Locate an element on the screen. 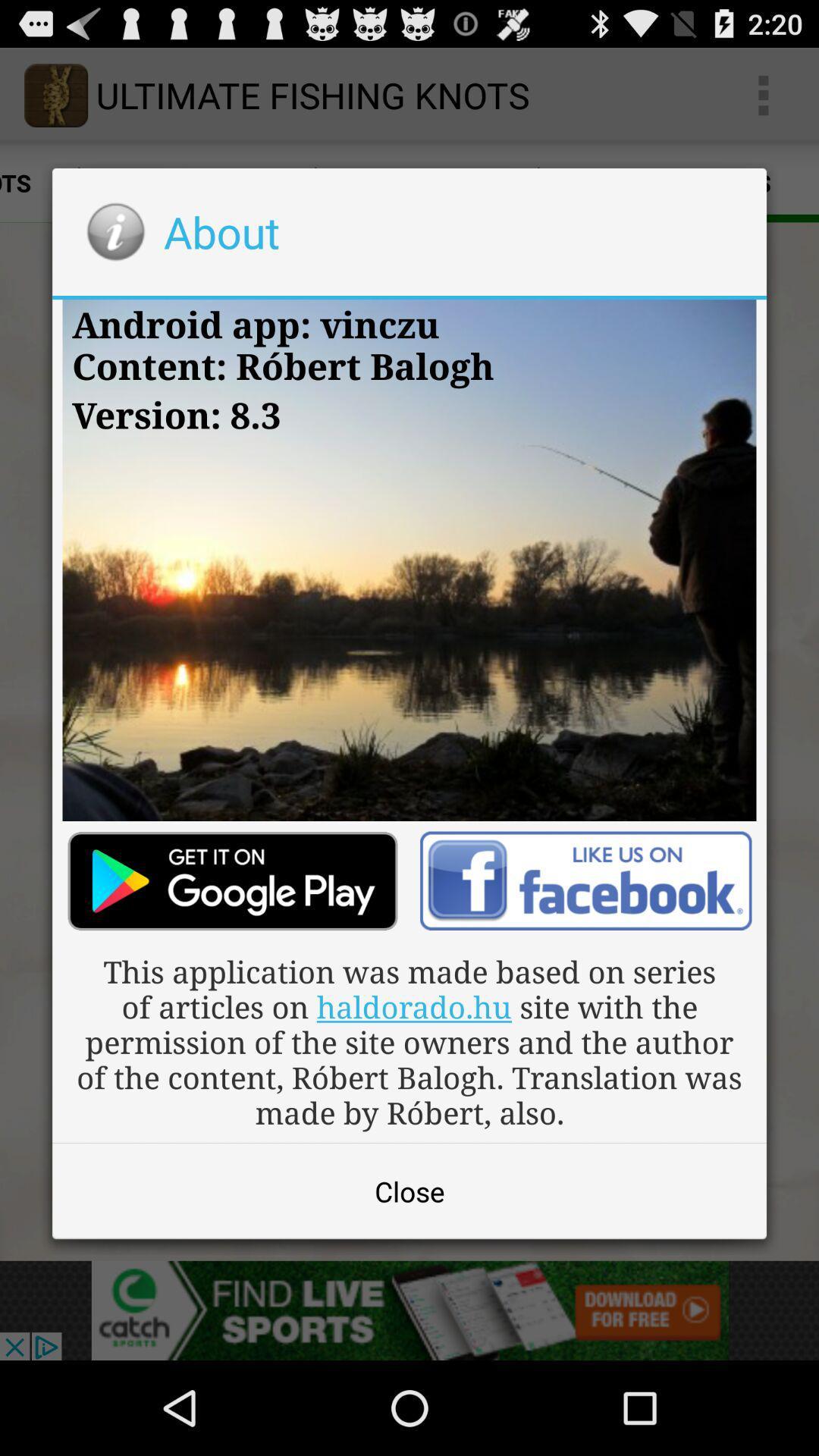 The image size is (819, 1456). download app is located at coordinates (233, 881).